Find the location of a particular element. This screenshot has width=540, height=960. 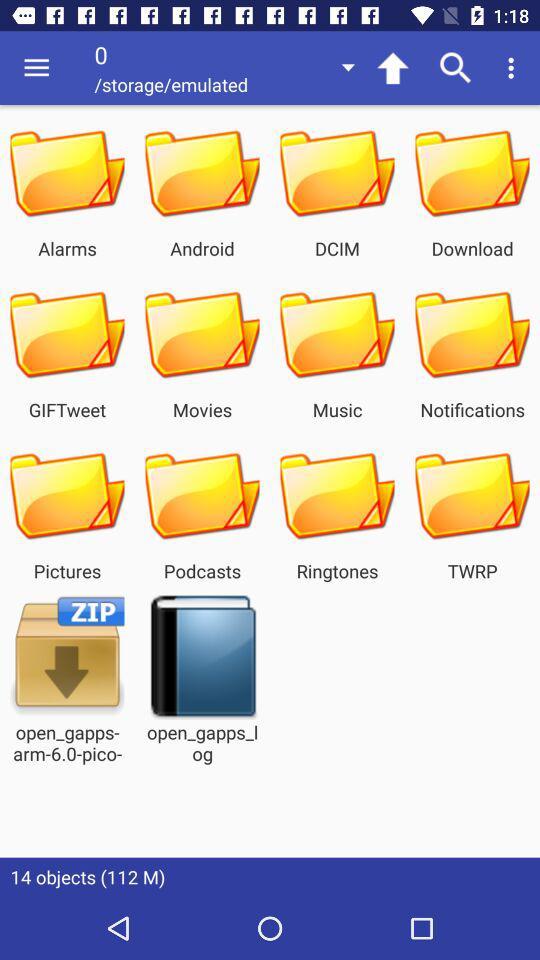

folder icon which is above ringtones is located at coordinates (337, 495).